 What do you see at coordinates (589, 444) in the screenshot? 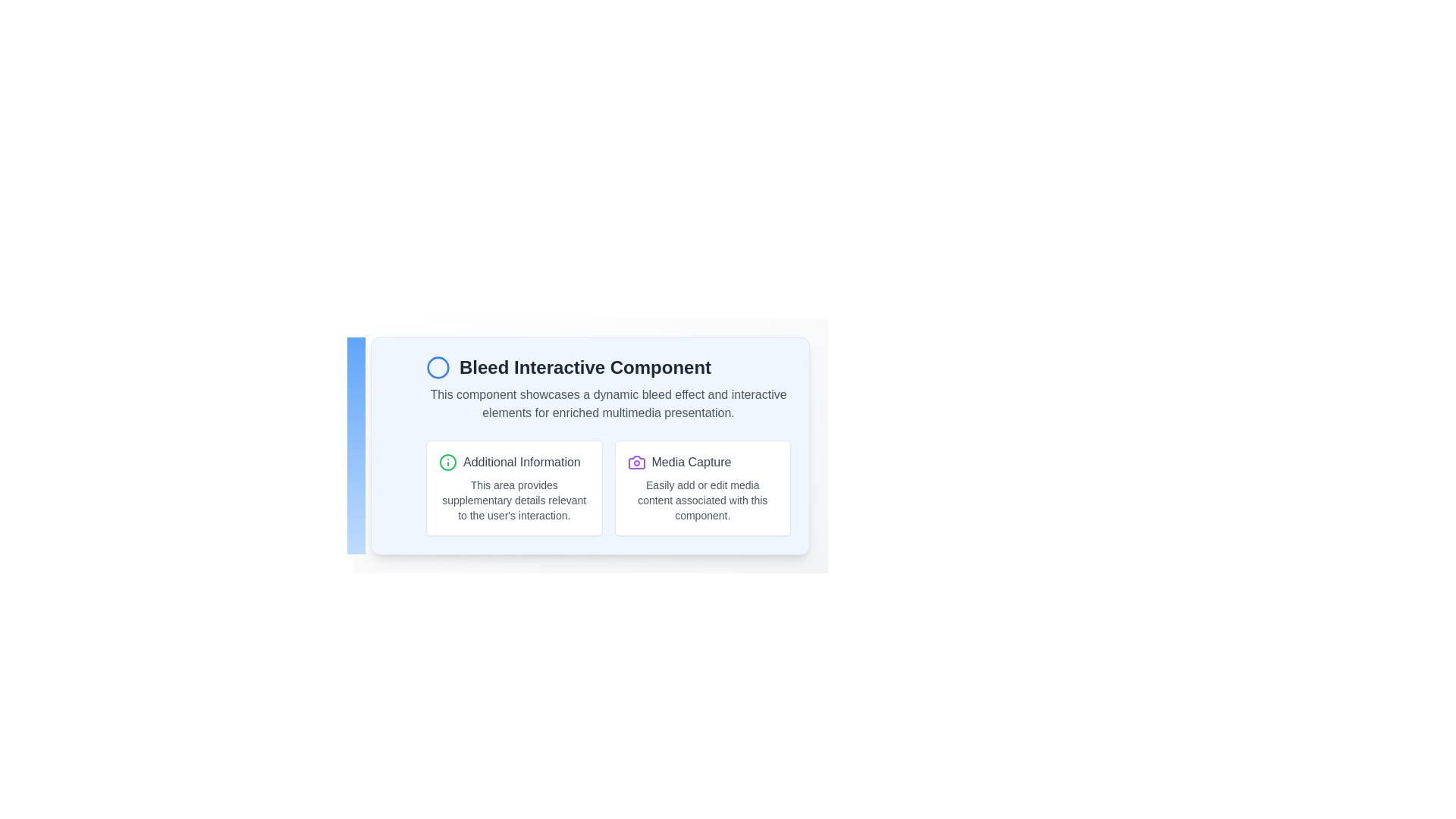
I see `the informational block titled 'Bleed Interactive Component'` at bounding box center [589, 444].